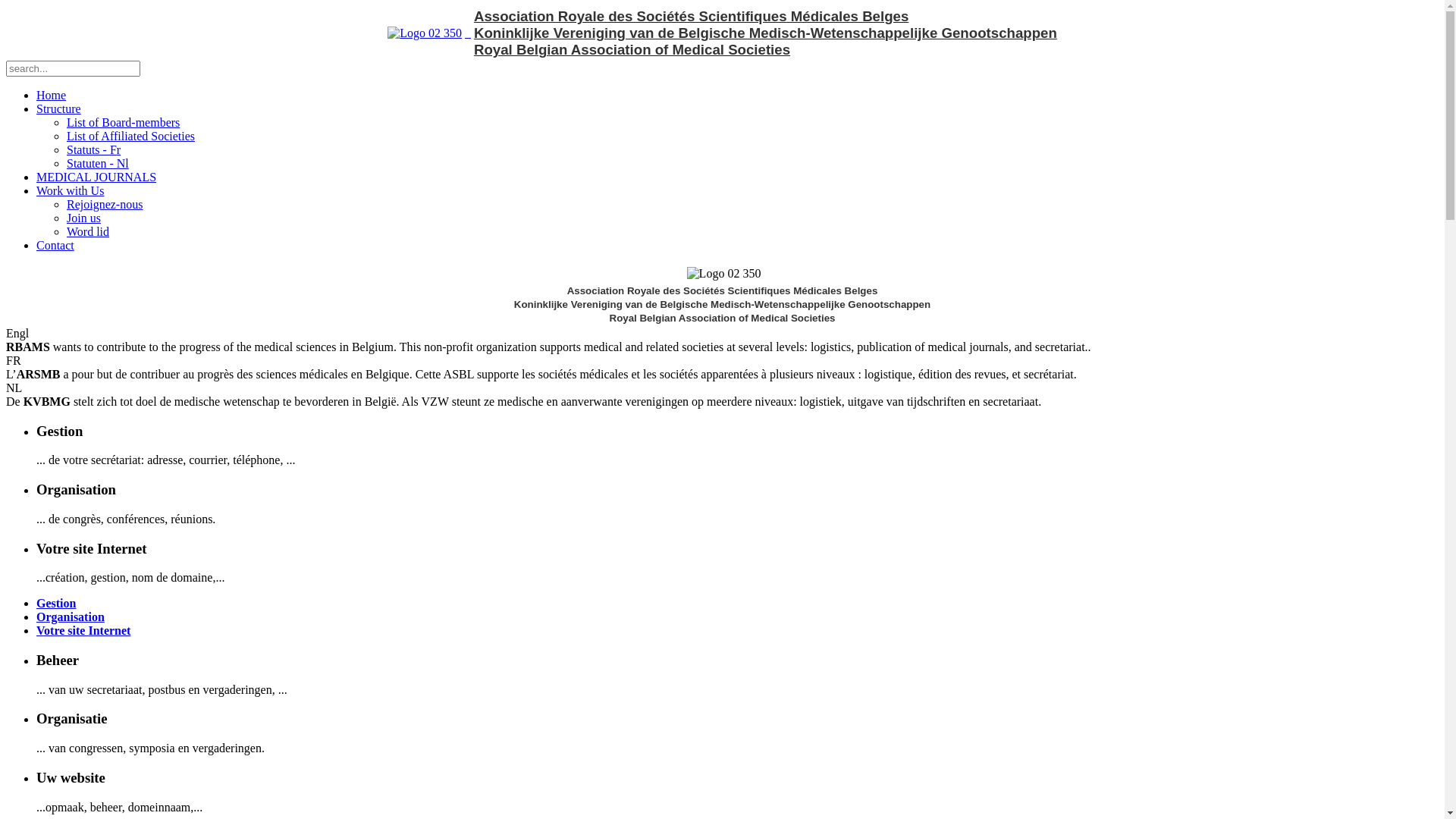  I want to click on 'Contact', so click(55, 244).